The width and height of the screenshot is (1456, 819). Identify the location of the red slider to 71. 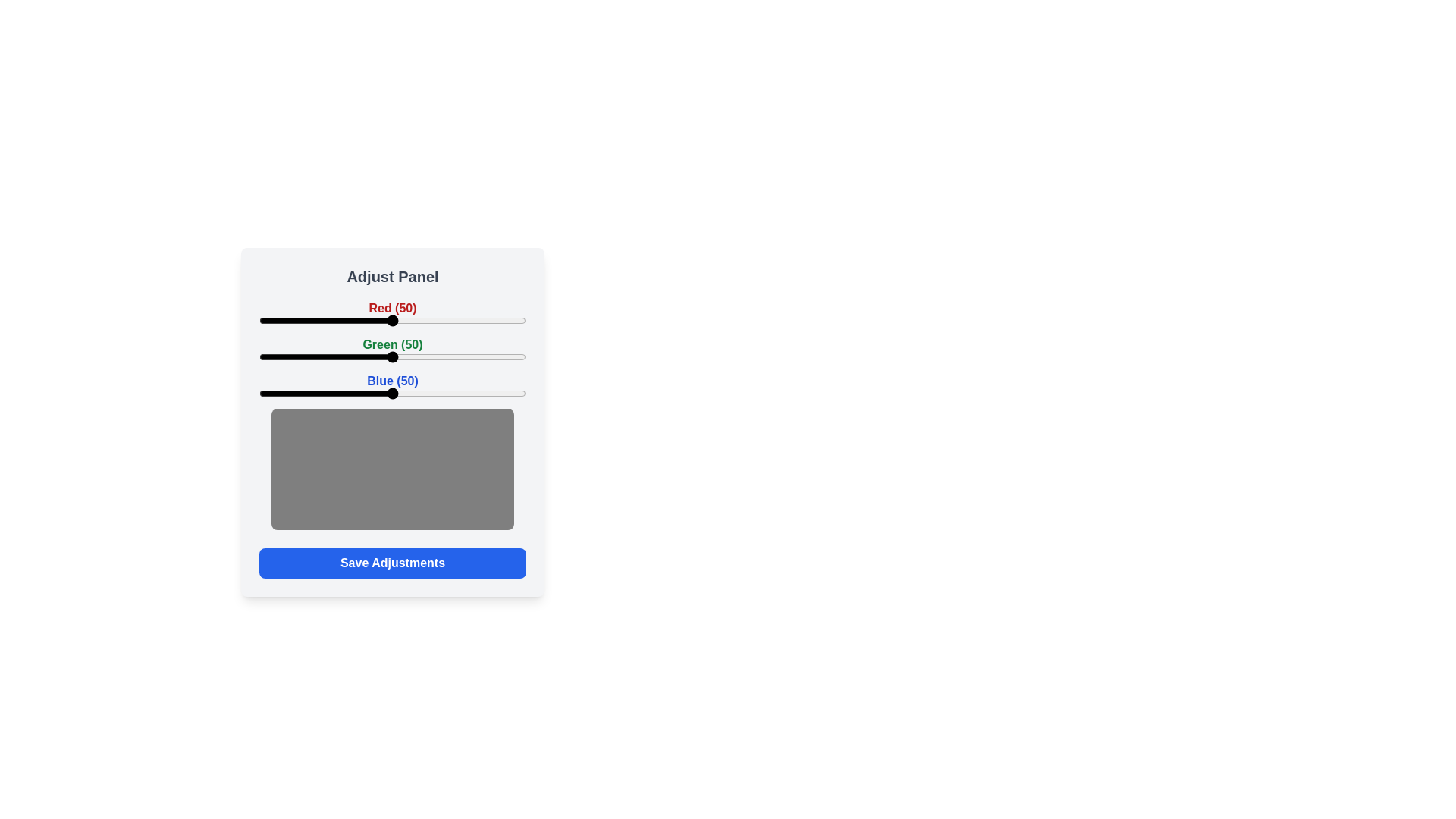
(447, 320).